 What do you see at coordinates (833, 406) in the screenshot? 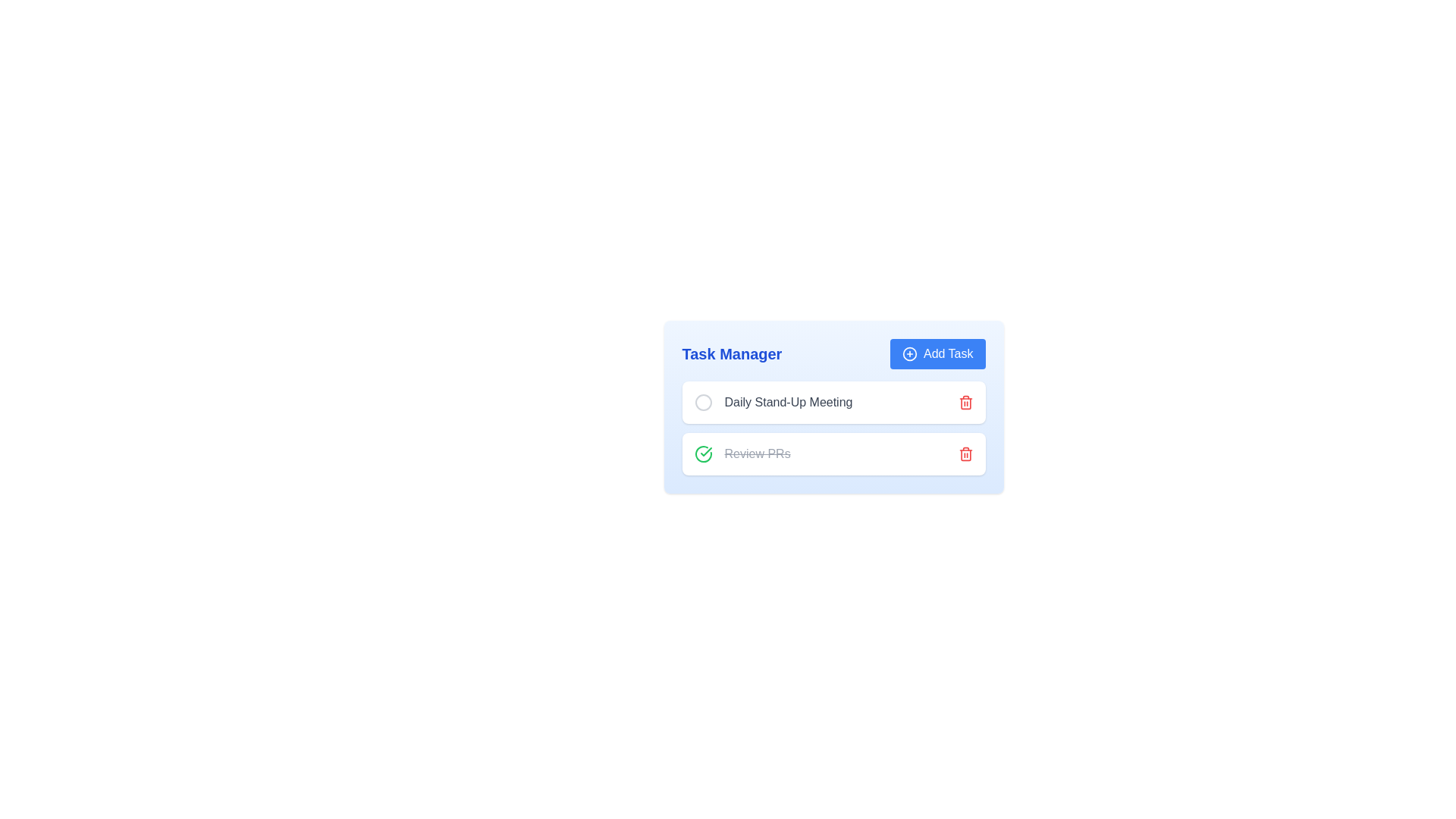
I see `the 'Daily Stand-Up Meeting' task card text in the task manager interface` at bounding box center [833, 406].